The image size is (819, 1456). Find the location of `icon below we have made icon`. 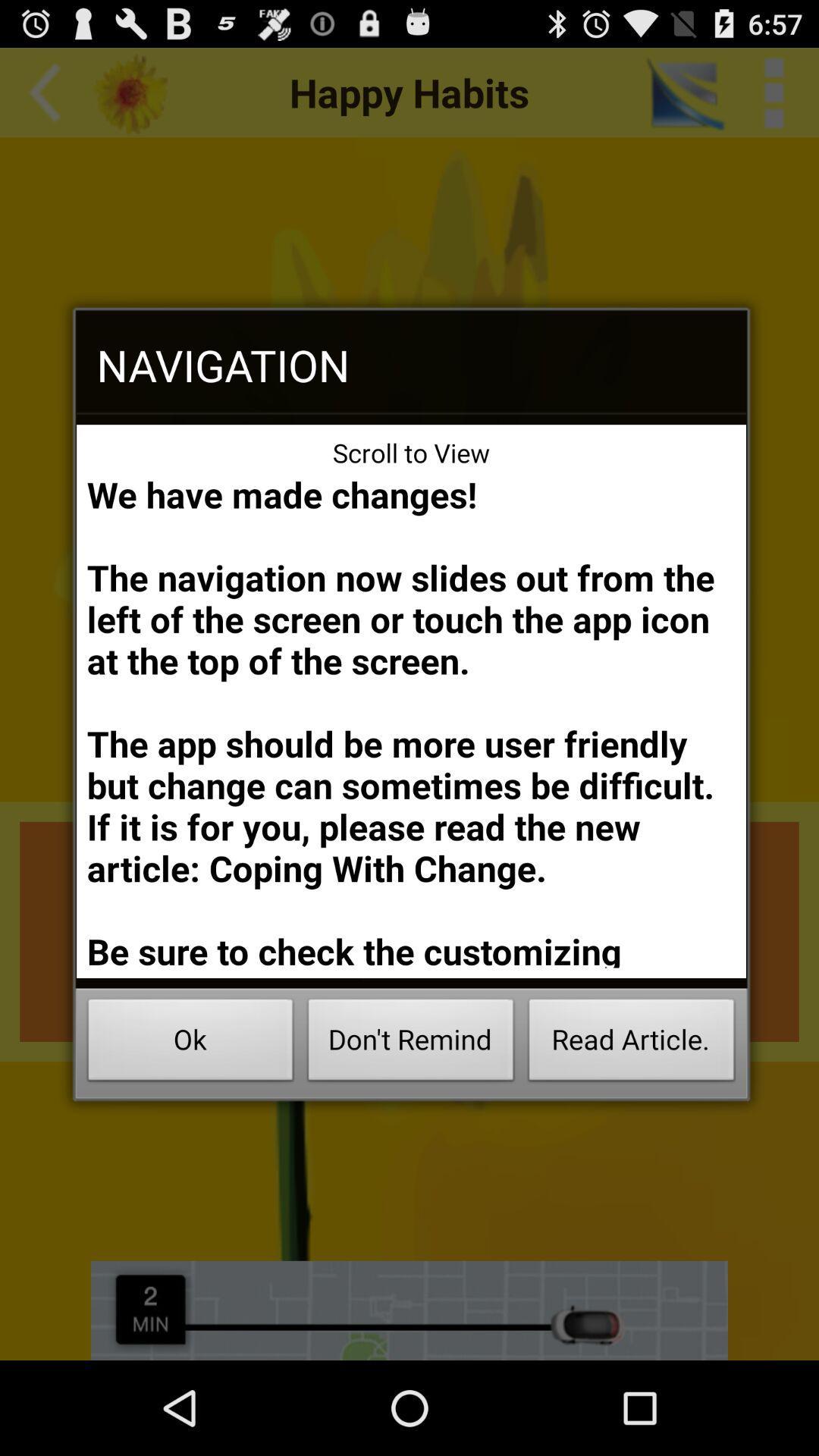

icon below we have made icon is located at coordinates (632, 1043).